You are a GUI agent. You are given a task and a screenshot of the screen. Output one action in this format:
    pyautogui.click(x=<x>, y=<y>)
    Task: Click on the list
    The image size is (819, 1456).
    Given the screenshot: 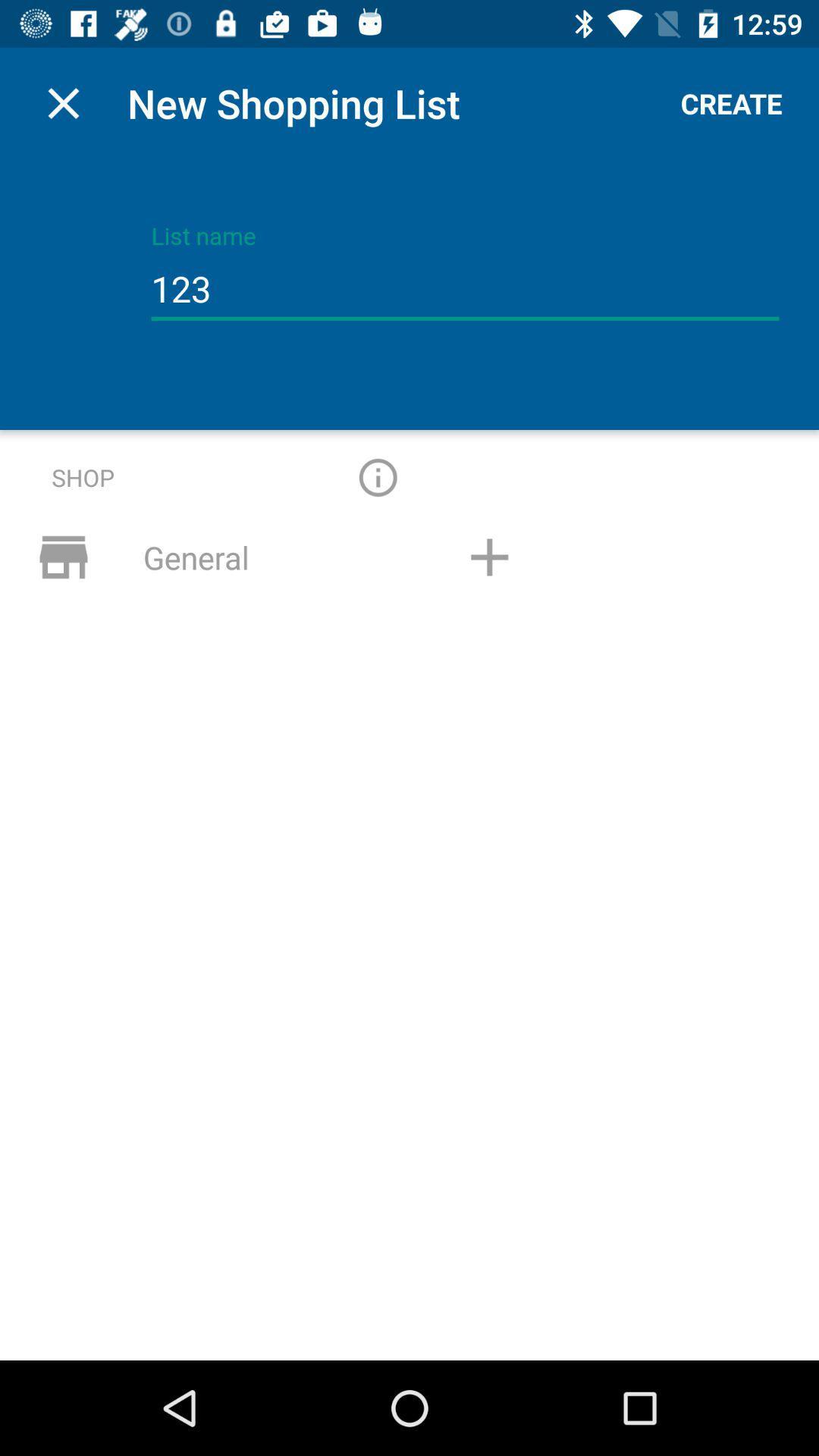 What is the action you would take?
    pyautogui.click(x=489, y=556)
    